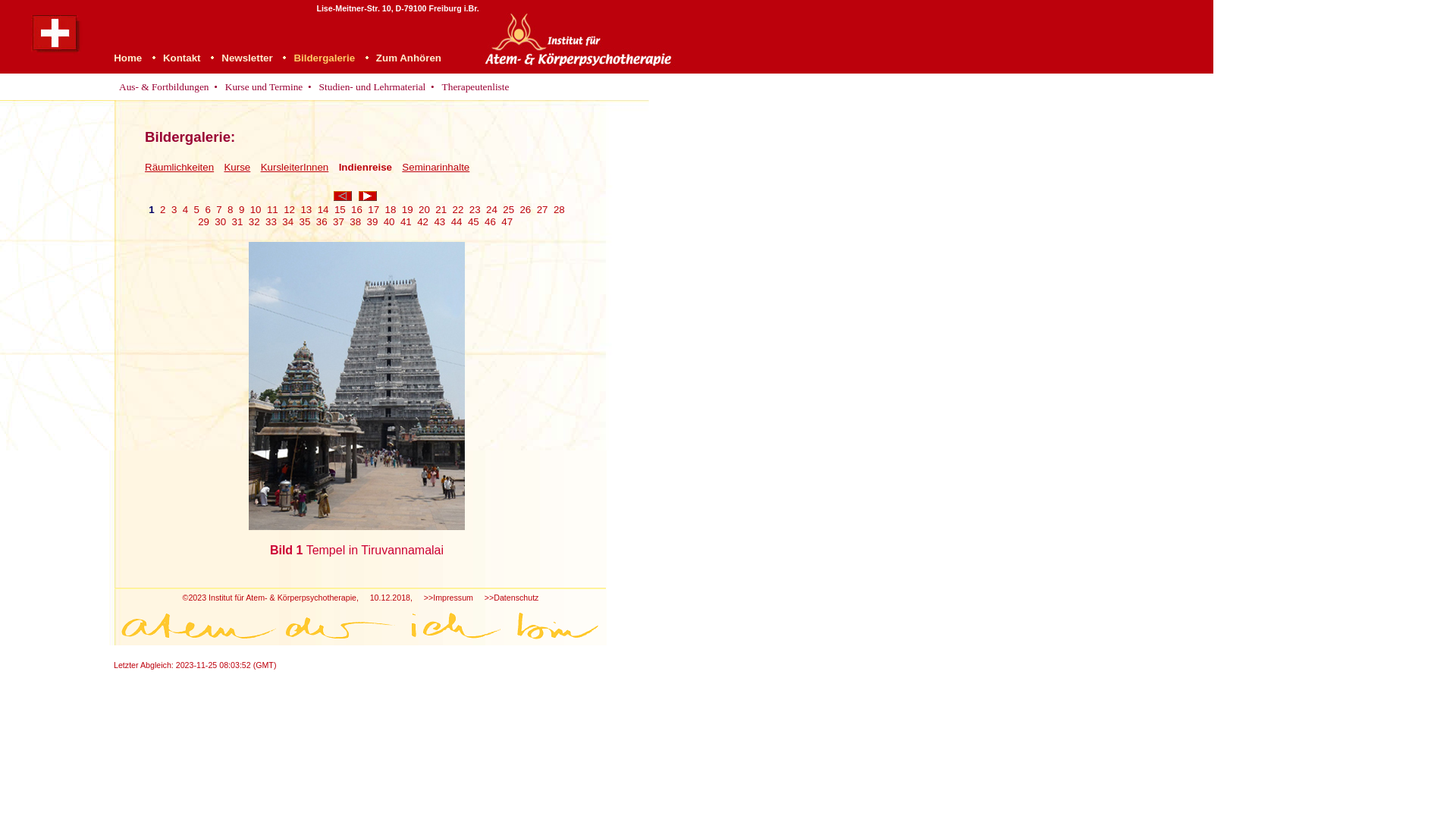 The height and width of the screenshot is (819, 1456). Describe the element at coordinates (558, 209) in the screenshot. I see `'28'` at that location.